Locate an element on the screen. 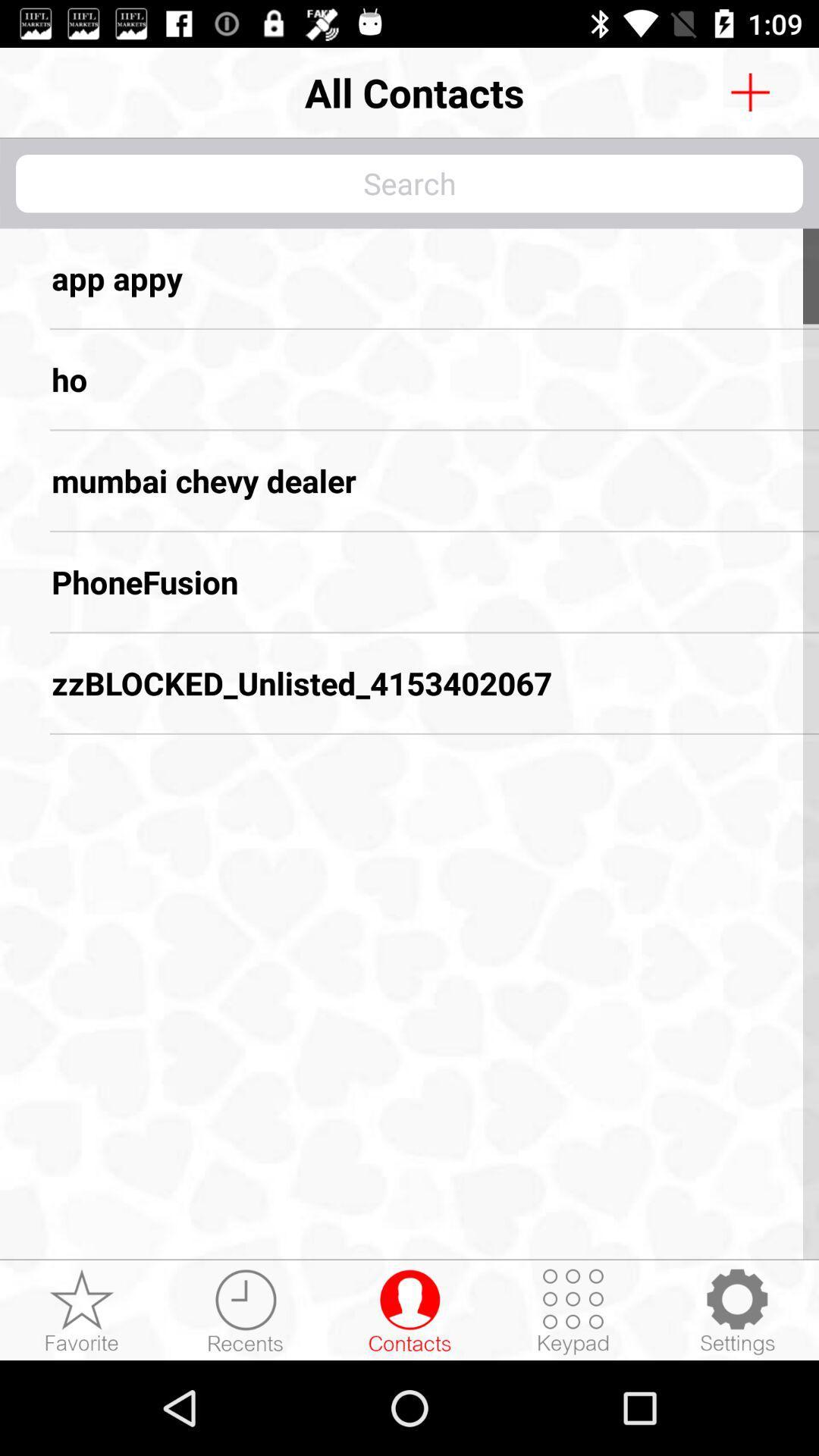 The width and height of the screenshot is (819, 1456). recents is located at coordinates (245, 1310).